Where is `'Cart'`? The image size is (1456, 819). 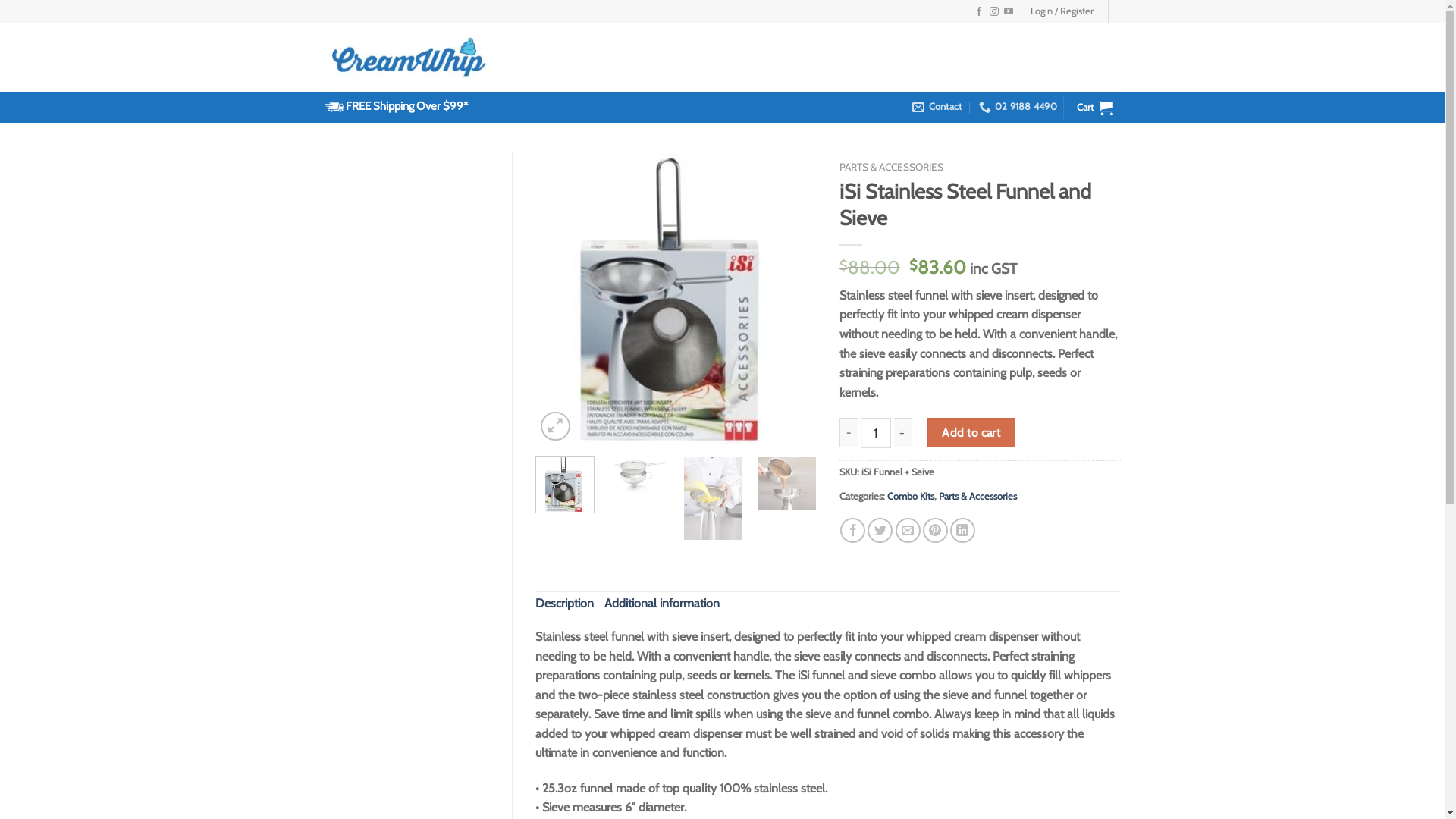
'Cart' is located at coordinates (1068, 106).